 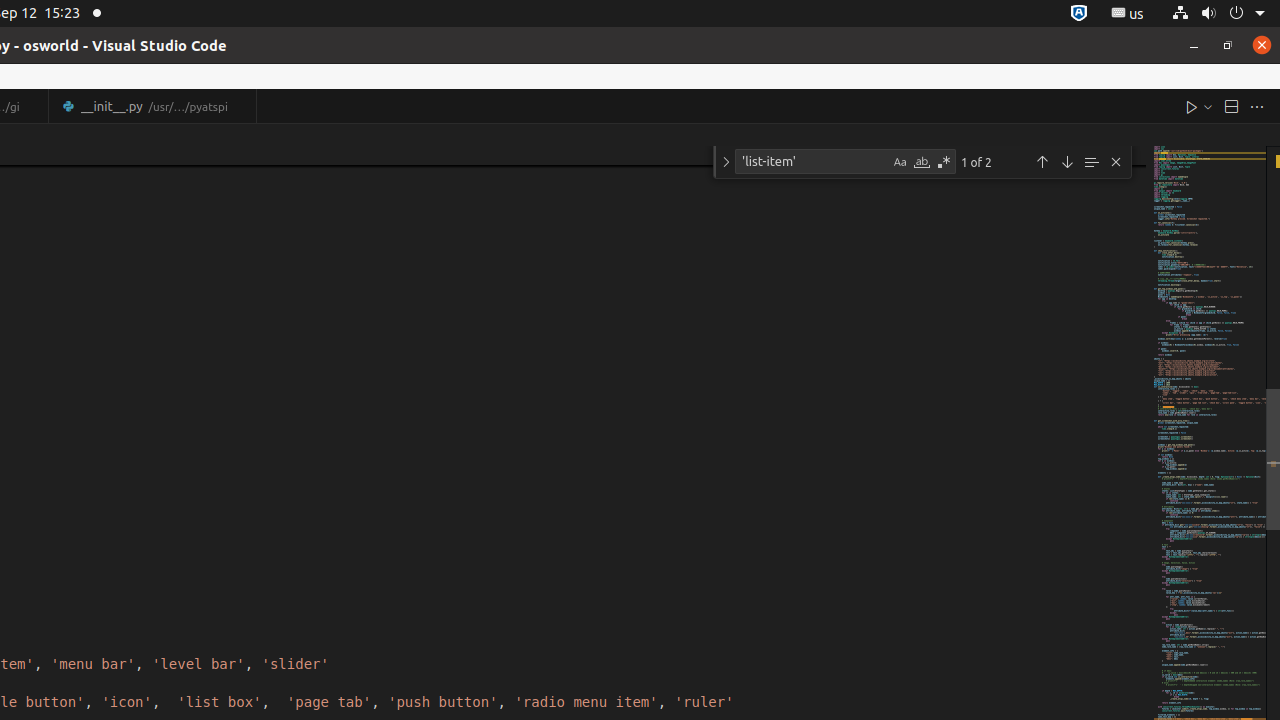 What do you see at coordinates (1255, 106) in the screenshot?
I see `'More Actions...'` at bounding box center [1255, 106].